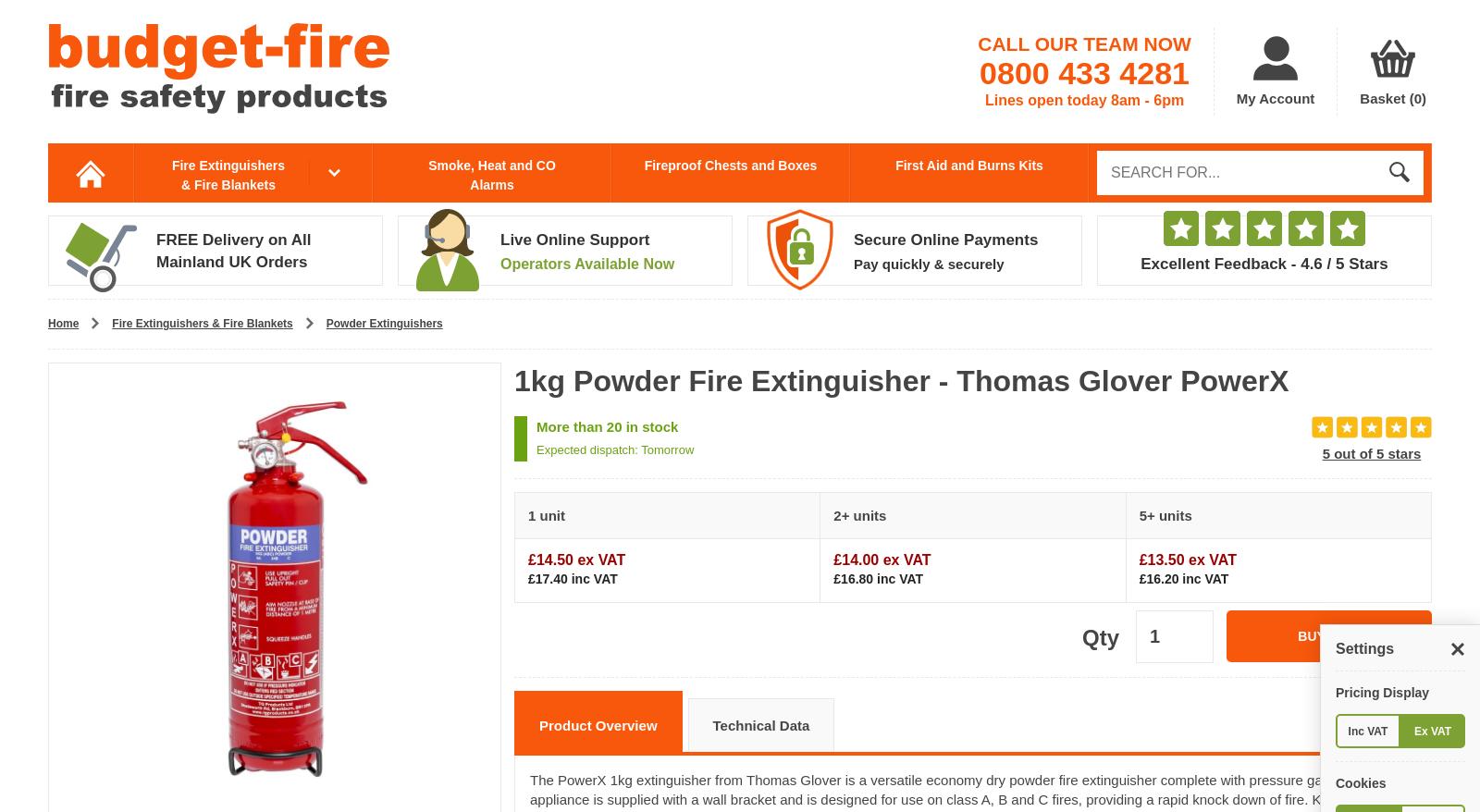  Describe the element at coordinates (928, 262) in the screenshot. I see `'Pay quickly & securely'` at that location.